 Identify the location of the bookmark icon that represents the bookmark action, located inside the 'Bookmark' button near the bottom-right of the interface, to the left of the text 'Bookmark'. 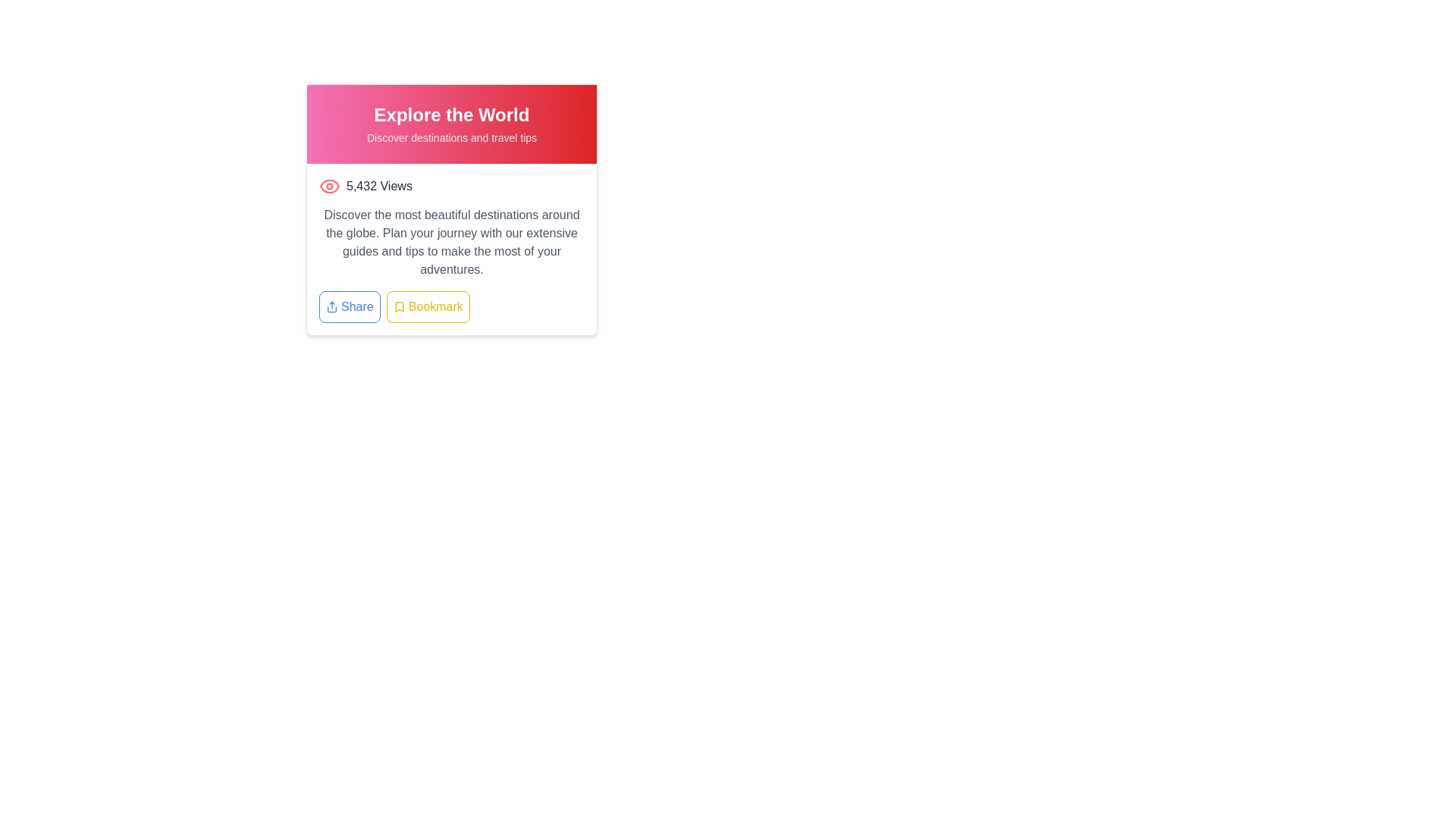
(399, 307).